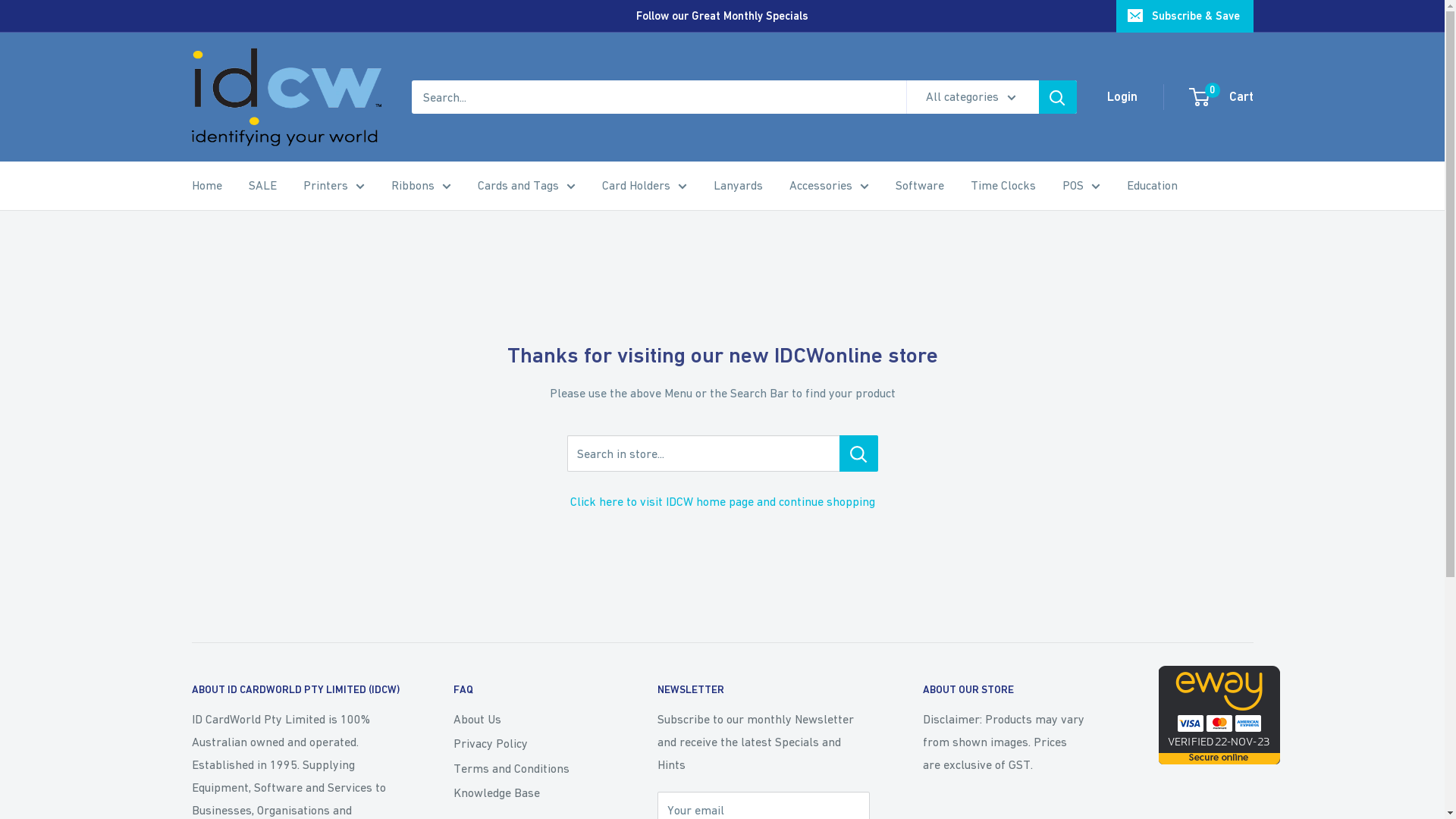  Describe the element at coordinates (421, 185) in the screenshot. I see `'Ribbons'` at that location.